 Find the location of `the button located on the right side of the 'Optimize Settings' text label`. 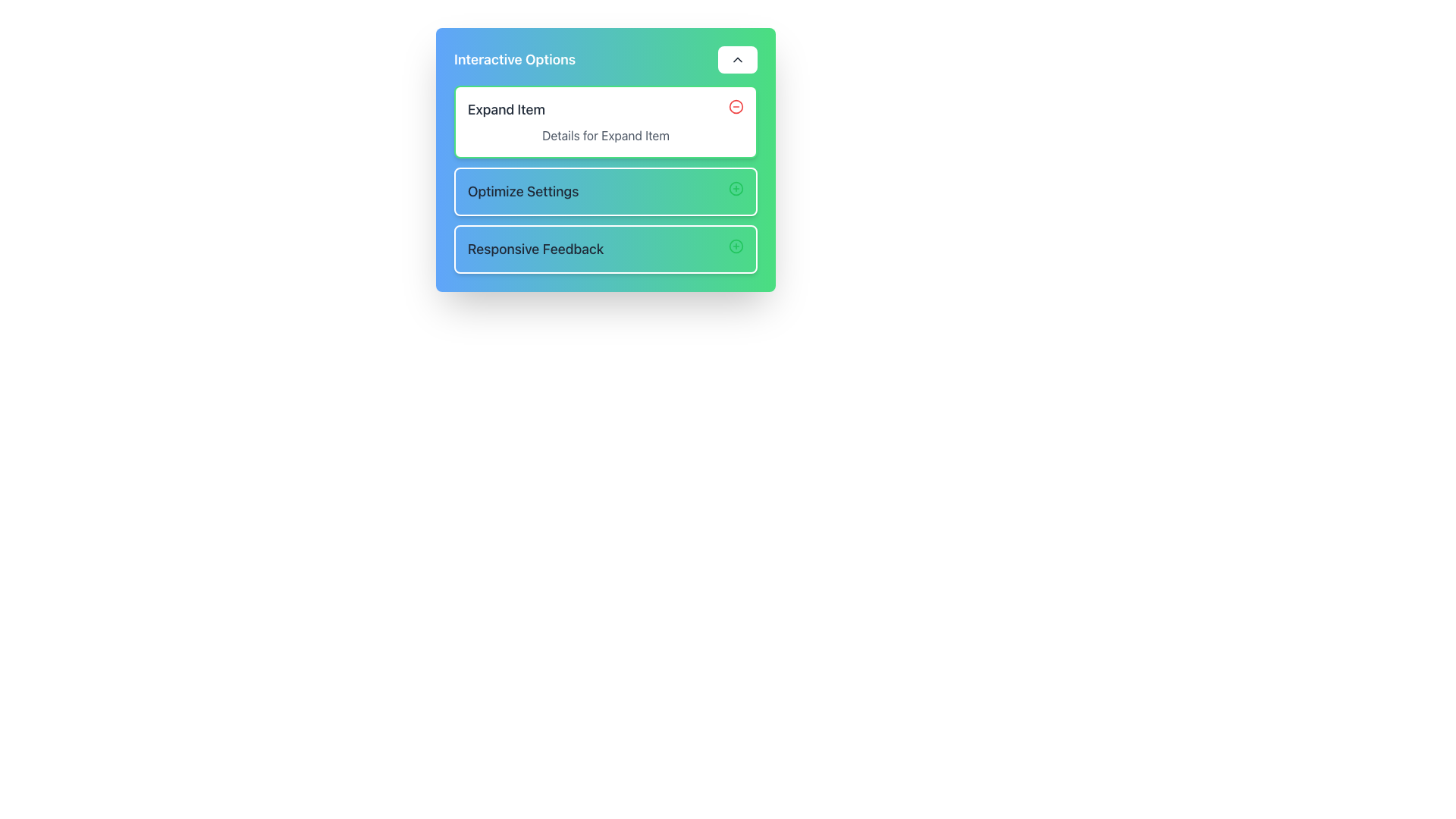

the button located on the right side of the 'Optimize Settings' text label is located at coordinates (736, 188).